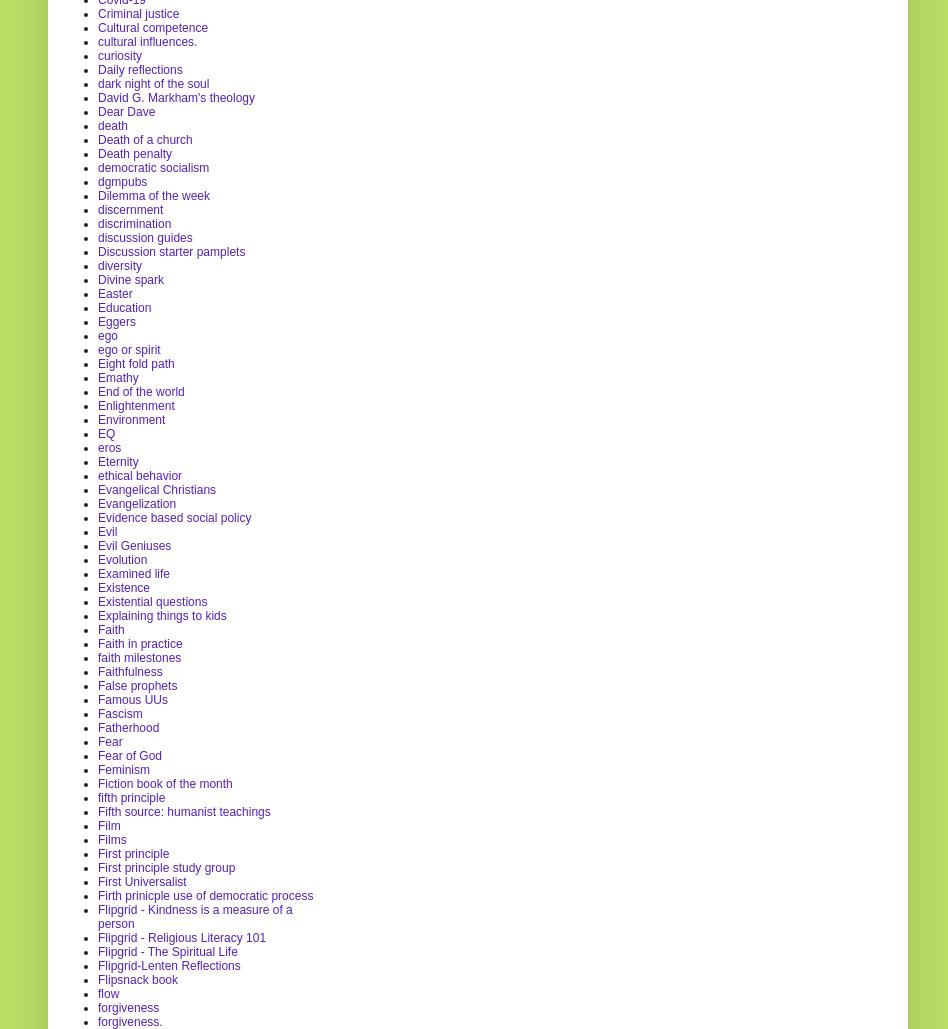  I want to click on 'Emathy', so click(118, 376).